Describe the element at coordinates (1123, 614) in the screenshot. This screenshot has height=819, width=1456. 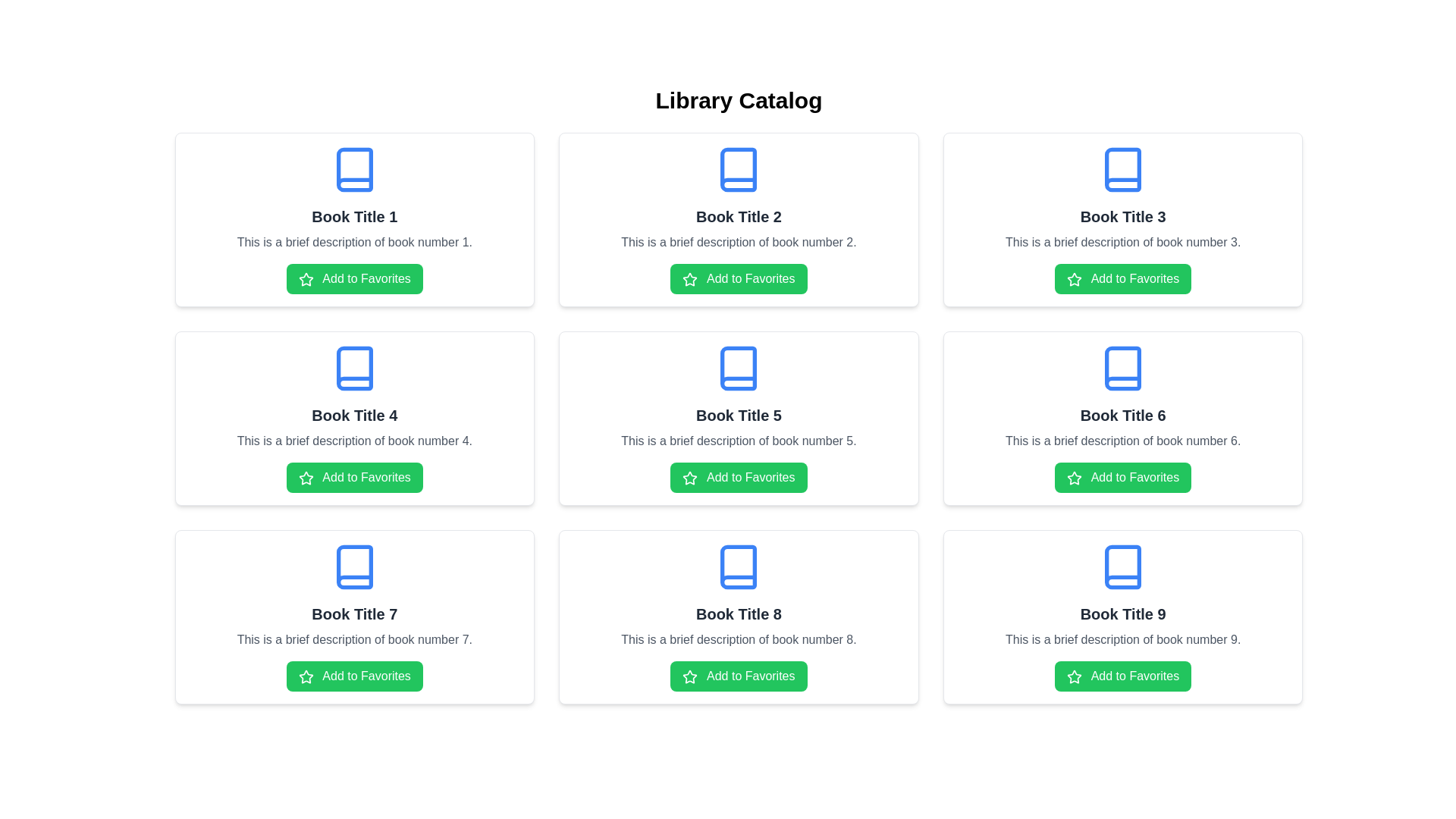
I see `the textual title displaying 'Book Title 9', which is styled with a bold font and located in the bottom-right corner of a 3x3 grid of book cards` at that location.